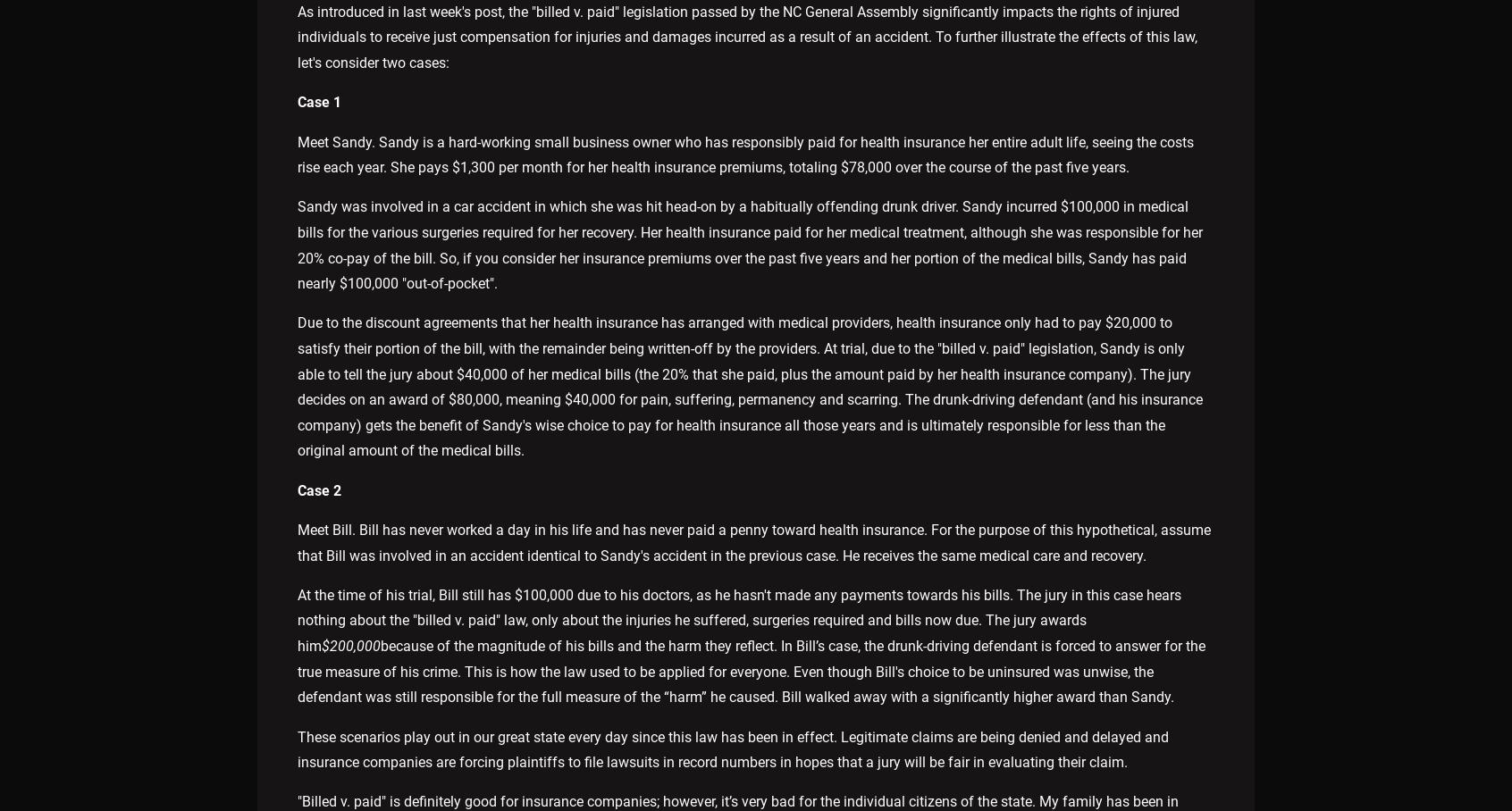 The height and width of the screenshot is (811, 1512). Describe the element at coordinates (869, 716) in the screenshot. I see `'Site Map'` at that location.